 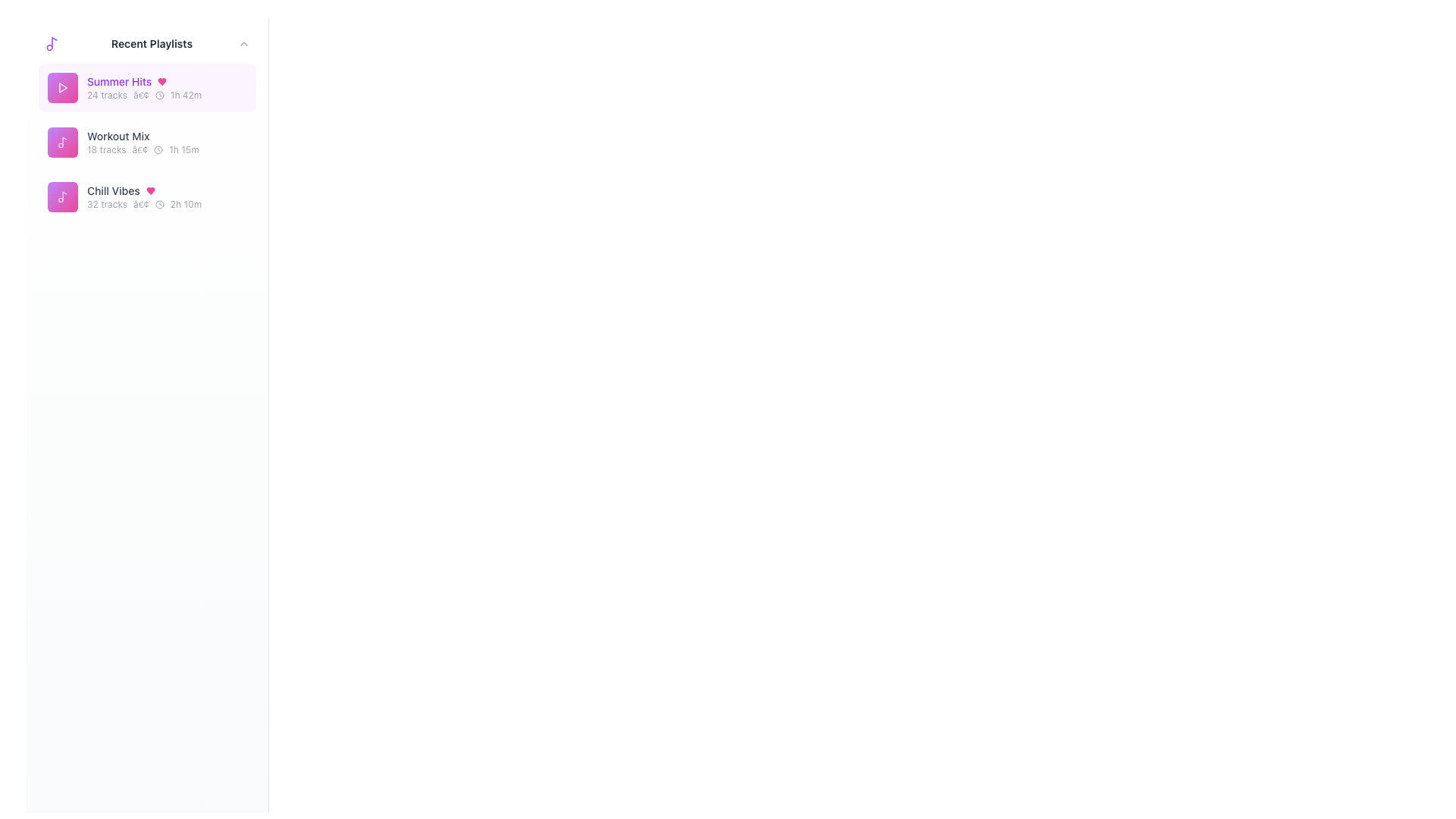 I want to click on on the 'Chill Vibes' playlist card, which is the third item in the 'Recent Playlists' section, featuring a gradient music note icon and a pink heart beside the title, so click(x=147, y=196).